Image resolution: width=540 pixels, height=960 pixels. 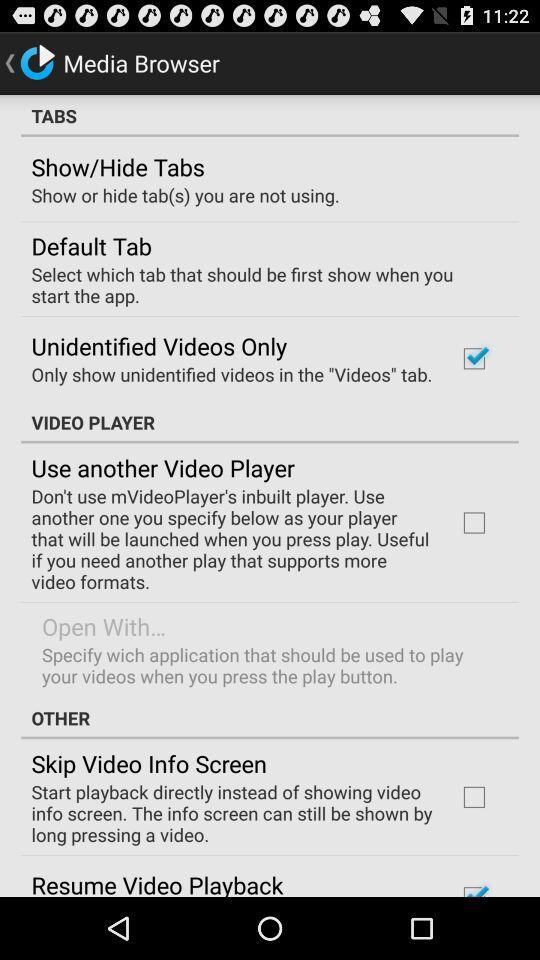 I want to click on the icon above specify wich application app, so click(x=104, y=625).